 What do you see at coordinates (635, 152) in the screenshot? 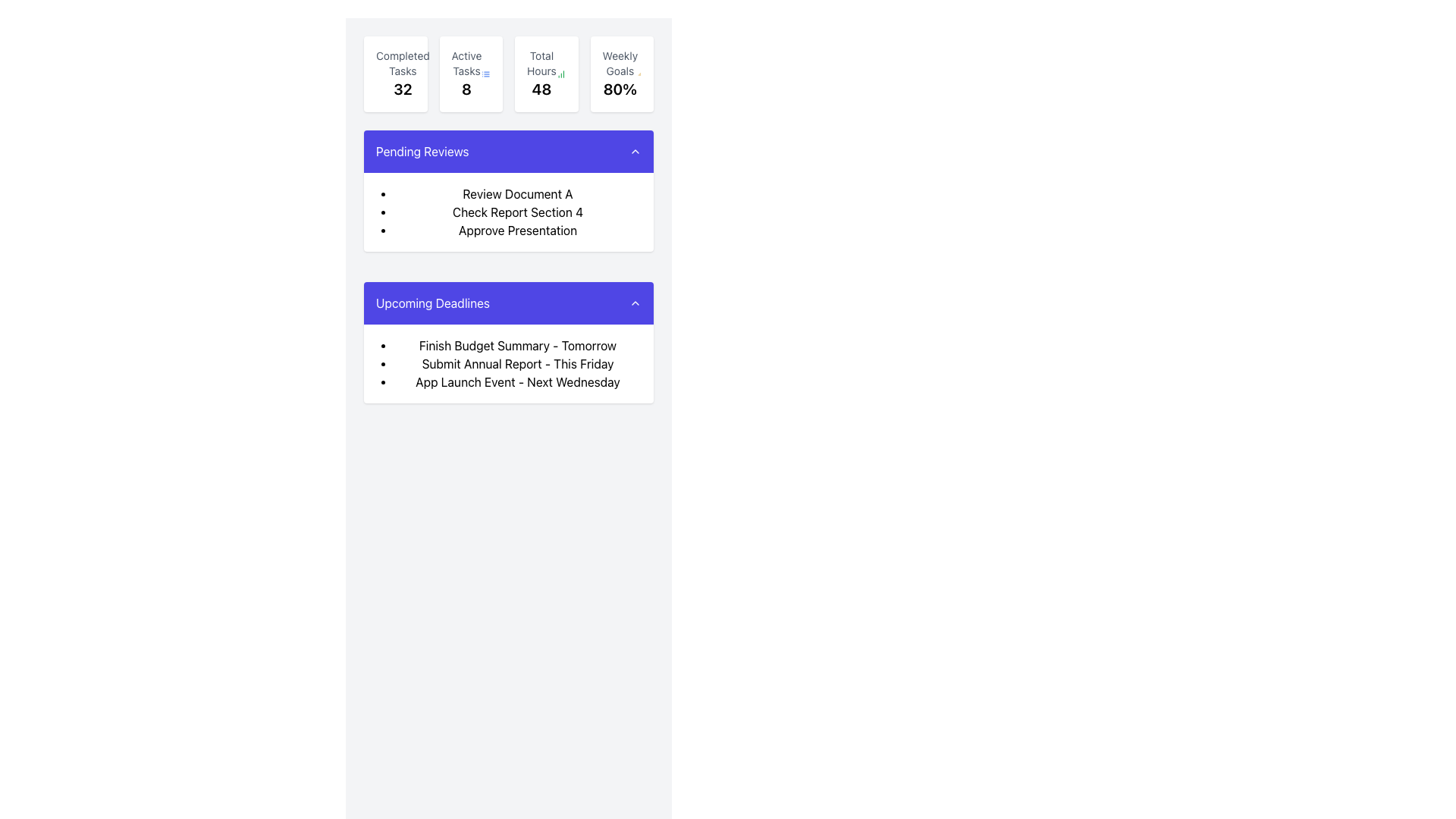
I see `the Chevron Icon located on the right side of the 'Pending Reviews' section header` at bounding box center [635, 152].